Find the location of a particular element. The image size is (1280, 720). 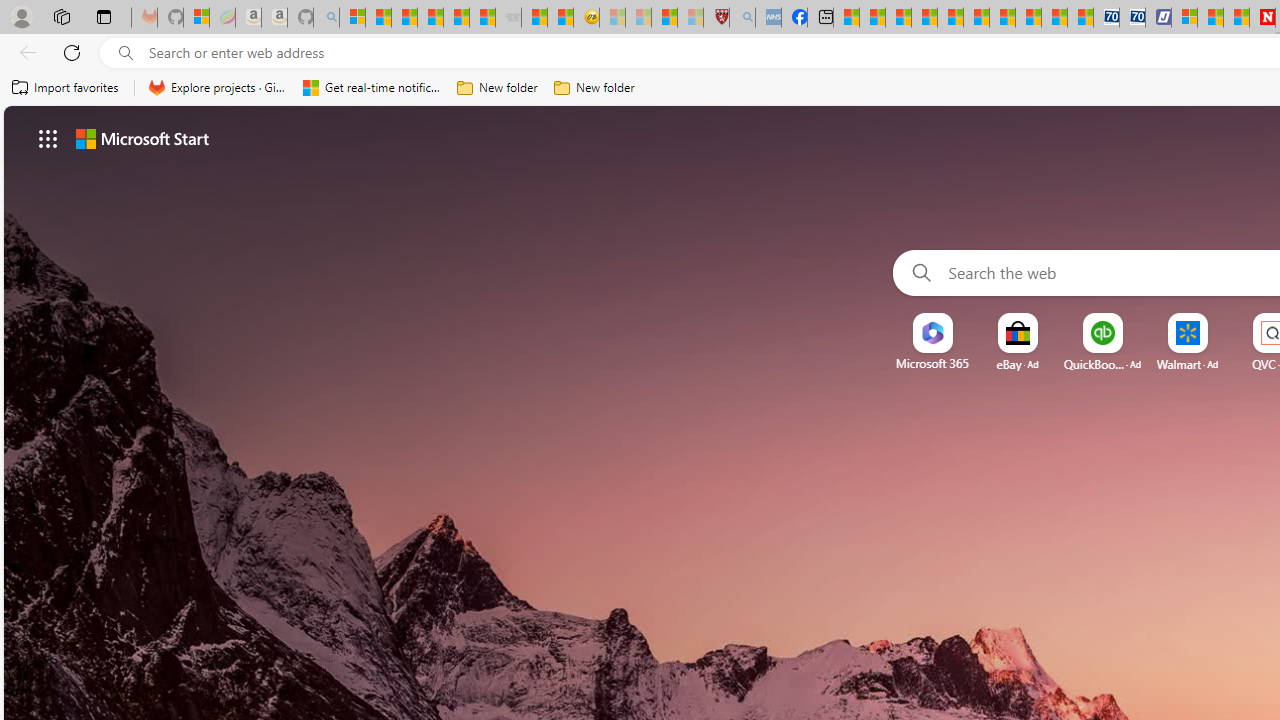

'NCL Adult Asthma Inhaler Choice Guideline - Sleeping' is located at coordinates (767, 17).